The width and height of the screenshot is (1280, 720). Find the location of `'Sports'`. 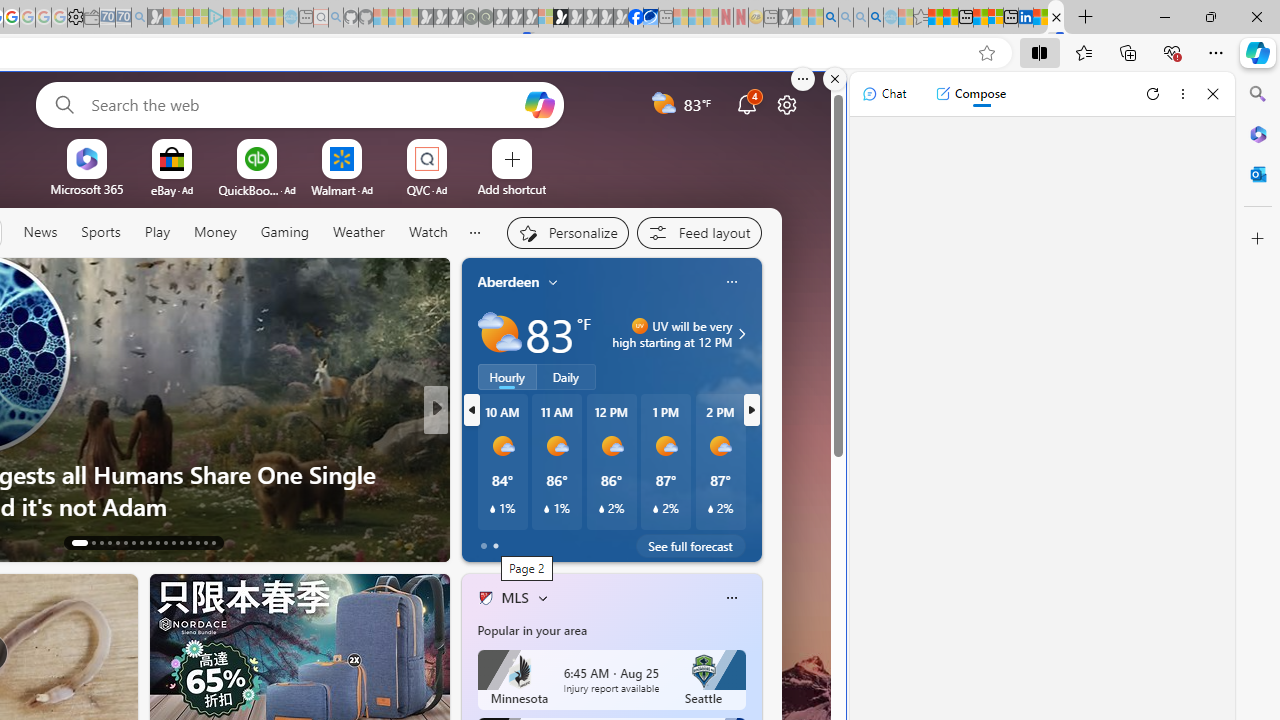

'Sports' is located at coordinates (100, 231).